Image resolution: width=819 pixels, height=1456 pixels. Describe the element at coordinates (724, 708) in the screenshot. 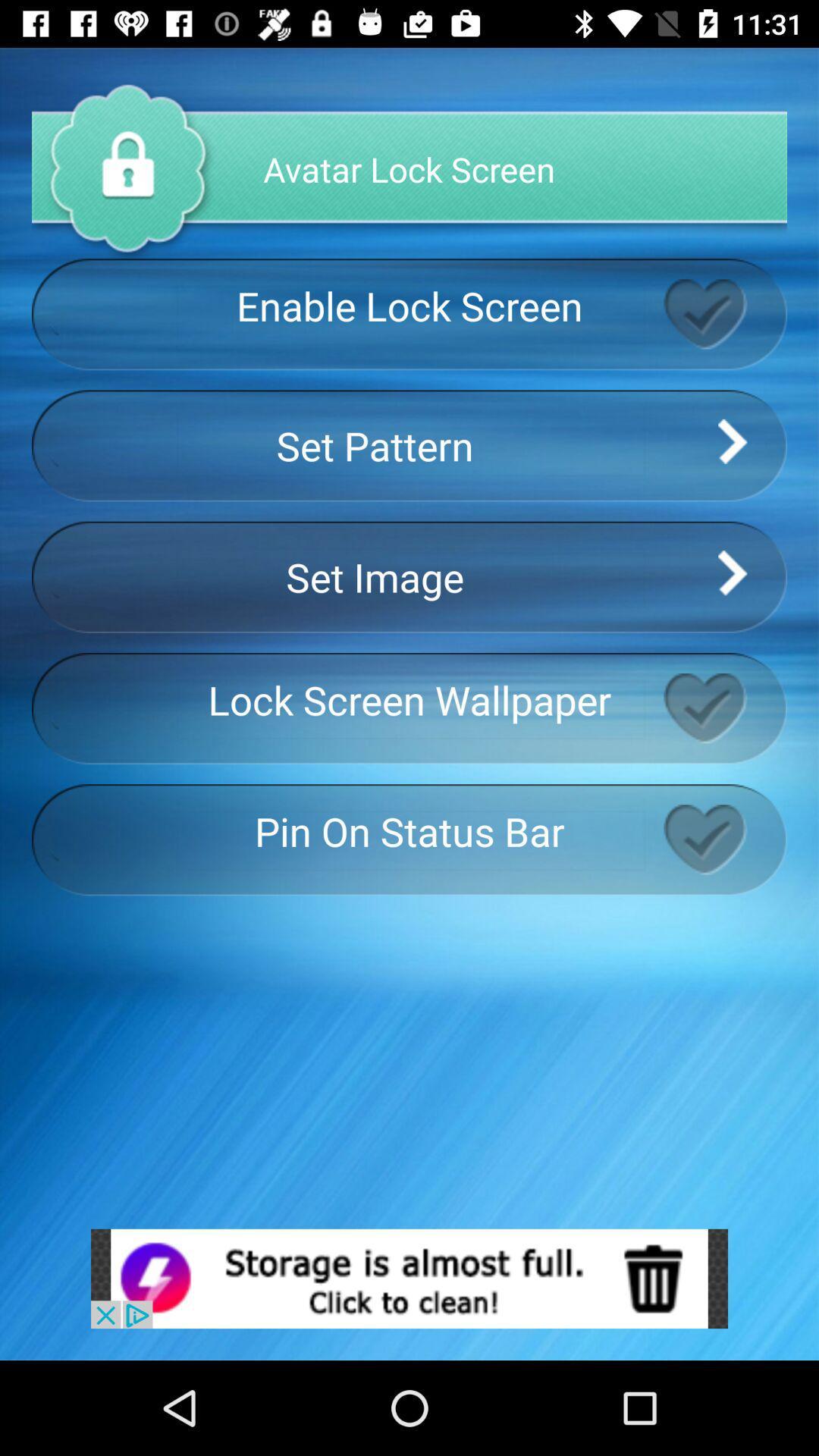

I see `lock screen wallpaper option` at that location.